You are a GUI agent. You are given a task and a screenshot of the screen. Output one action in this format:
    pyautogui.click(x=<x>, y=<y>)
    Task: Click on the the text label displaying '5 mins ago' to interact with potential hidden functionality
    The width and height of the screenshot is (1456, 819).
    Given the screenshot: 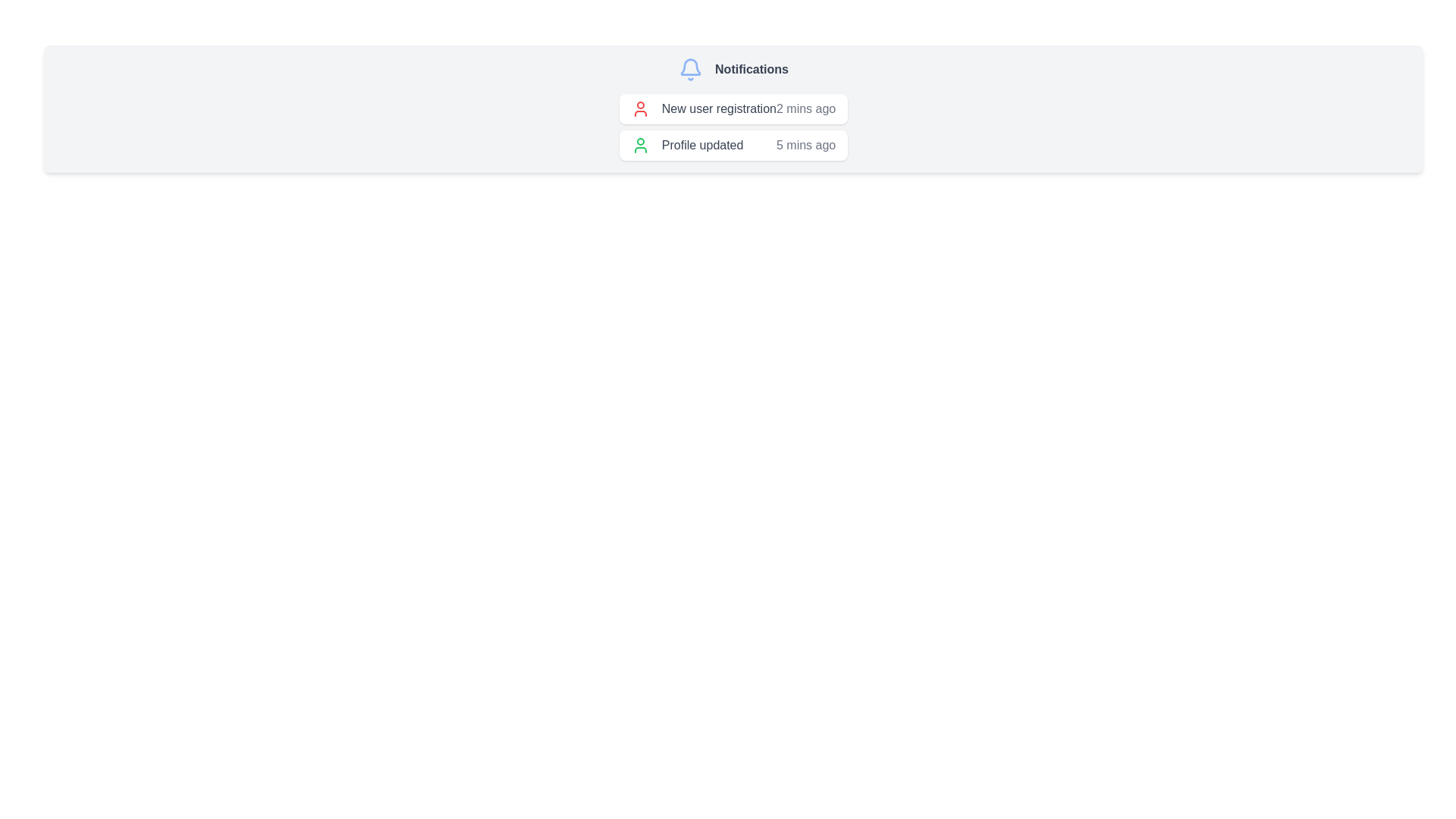 What is the action you would take?
    pyautogui.click(x=805, y=146)
    